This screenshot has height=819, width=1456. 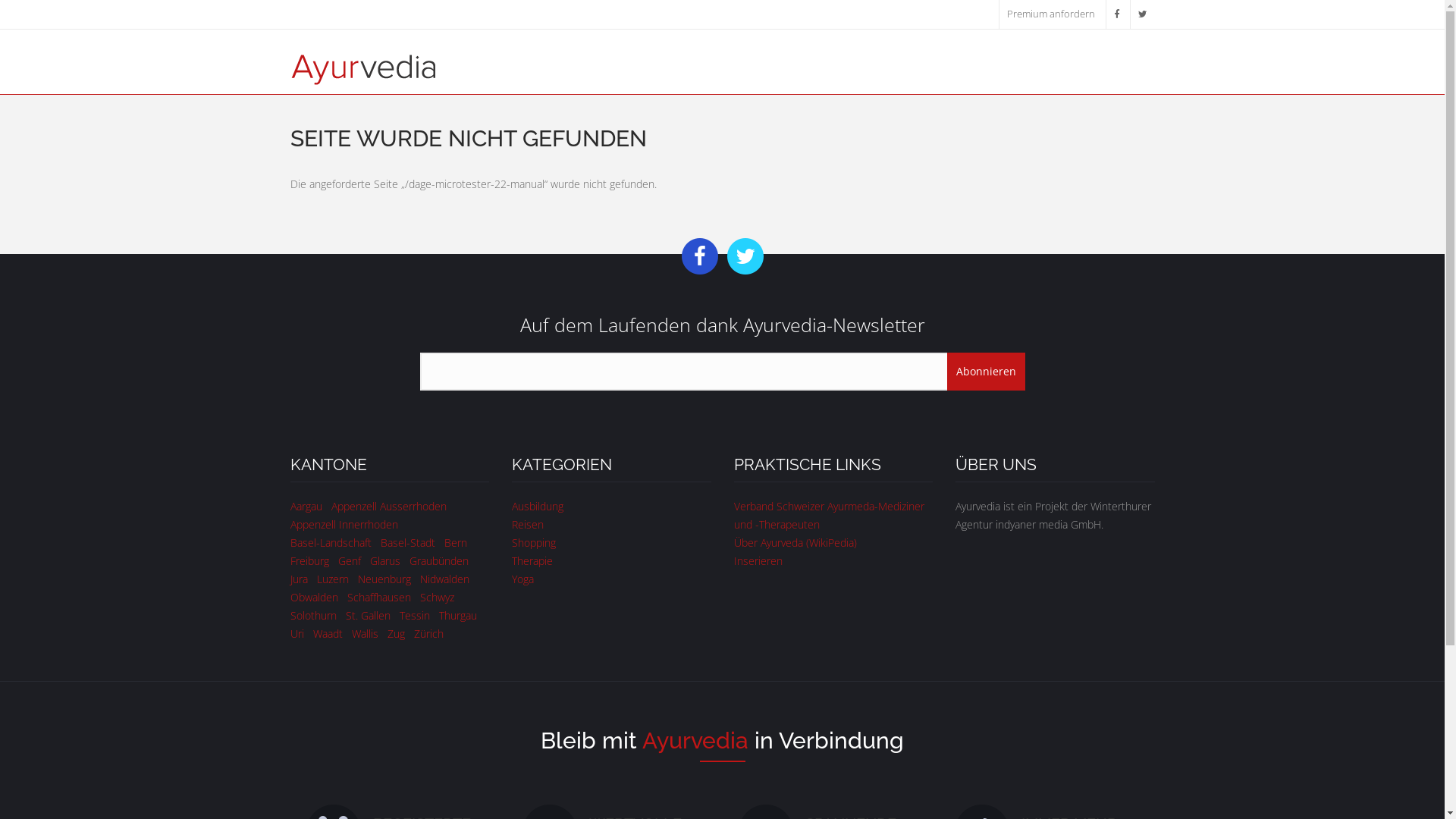 I want to click on 'Abonnieren', so click(x=985, y=371).